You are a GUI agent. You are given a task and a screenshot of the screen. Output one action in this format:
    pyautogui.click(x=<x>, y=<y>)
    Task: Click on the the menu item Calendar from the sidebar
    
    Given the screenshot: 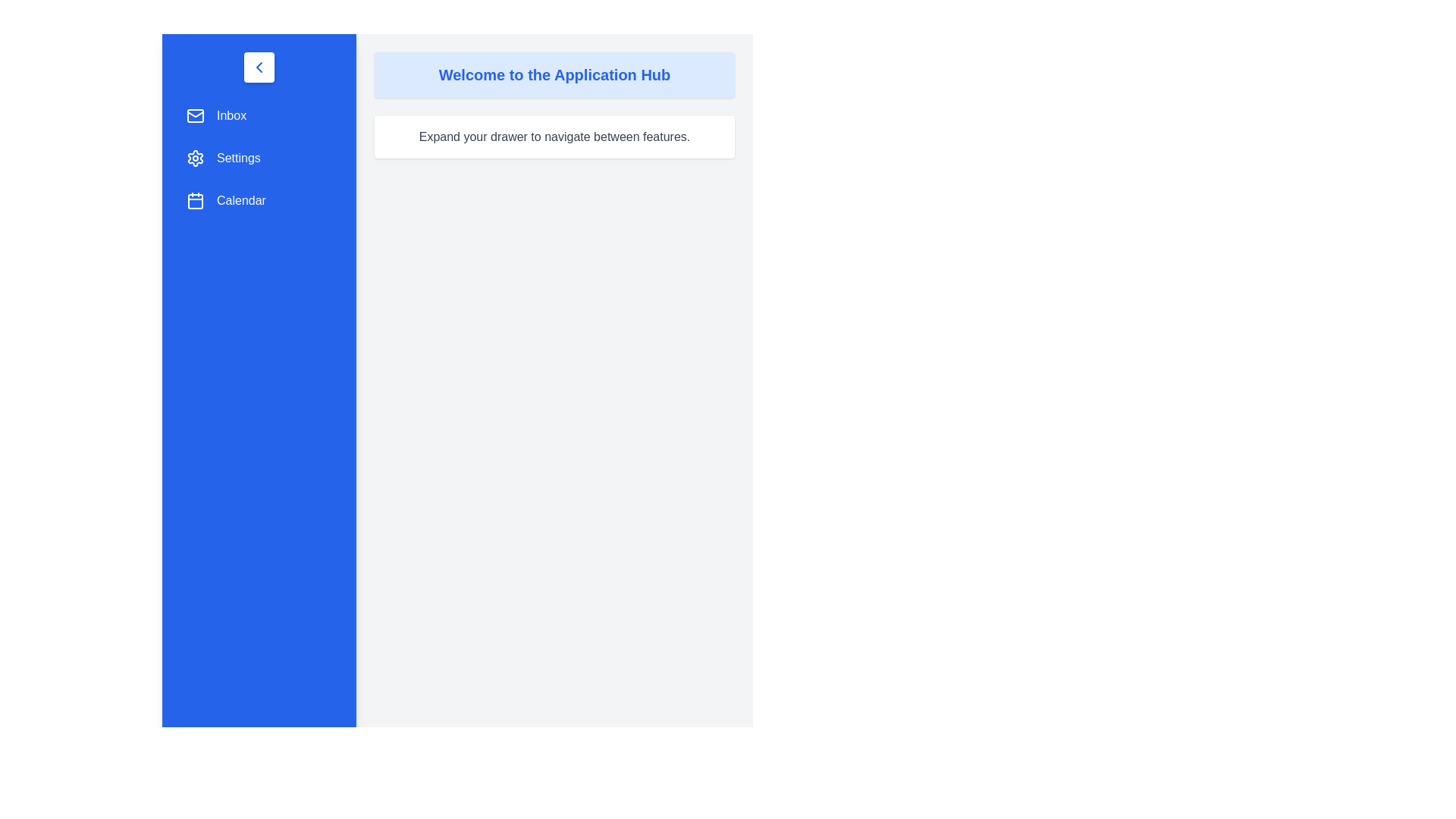 What is the action you would take?
    pyautogui.click(x=259, y=200)
    